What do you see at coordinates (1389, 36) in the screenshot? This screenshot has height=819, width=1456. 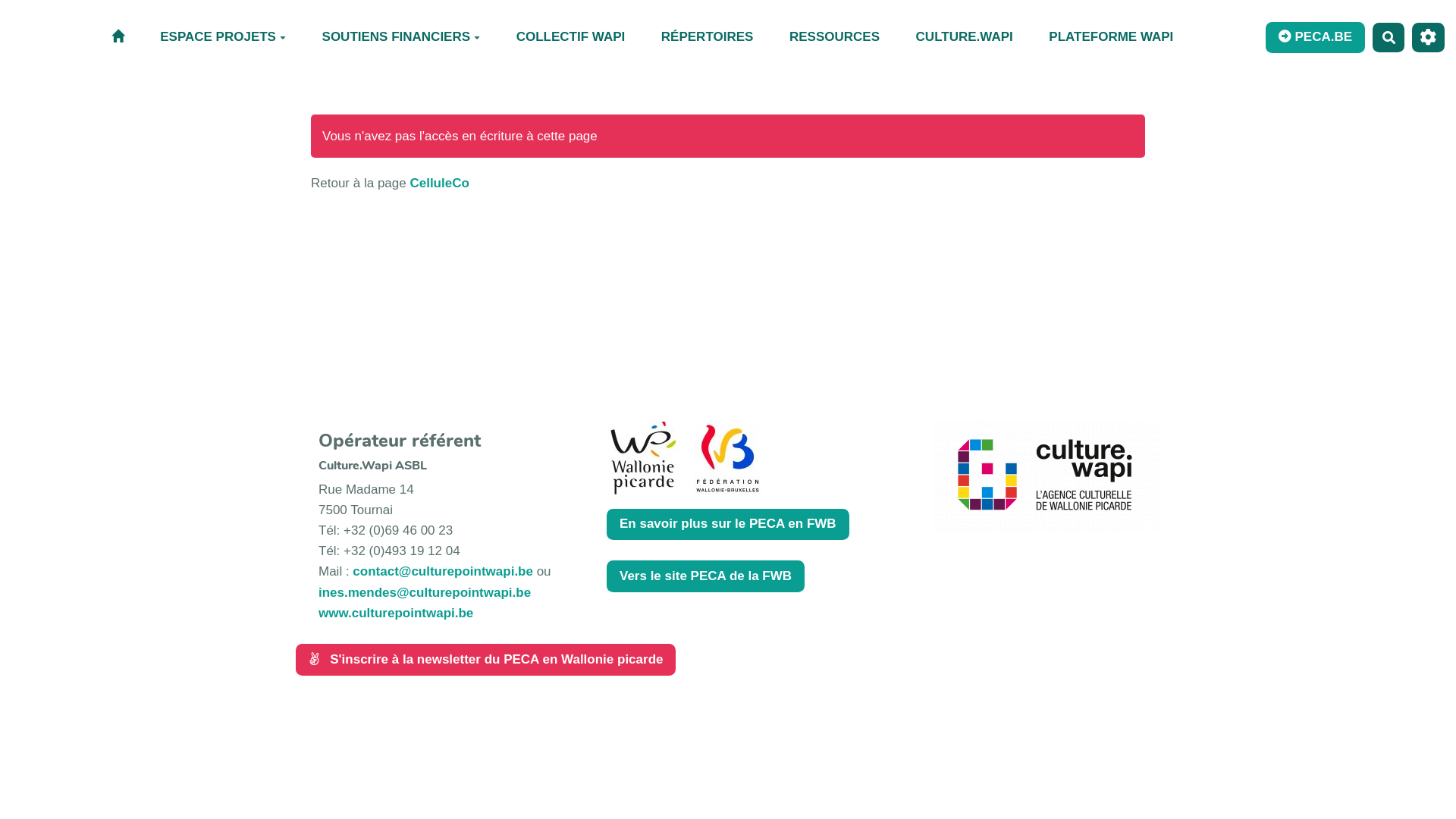 I see `'Rechercher'` at bounding box center [1389, 36].